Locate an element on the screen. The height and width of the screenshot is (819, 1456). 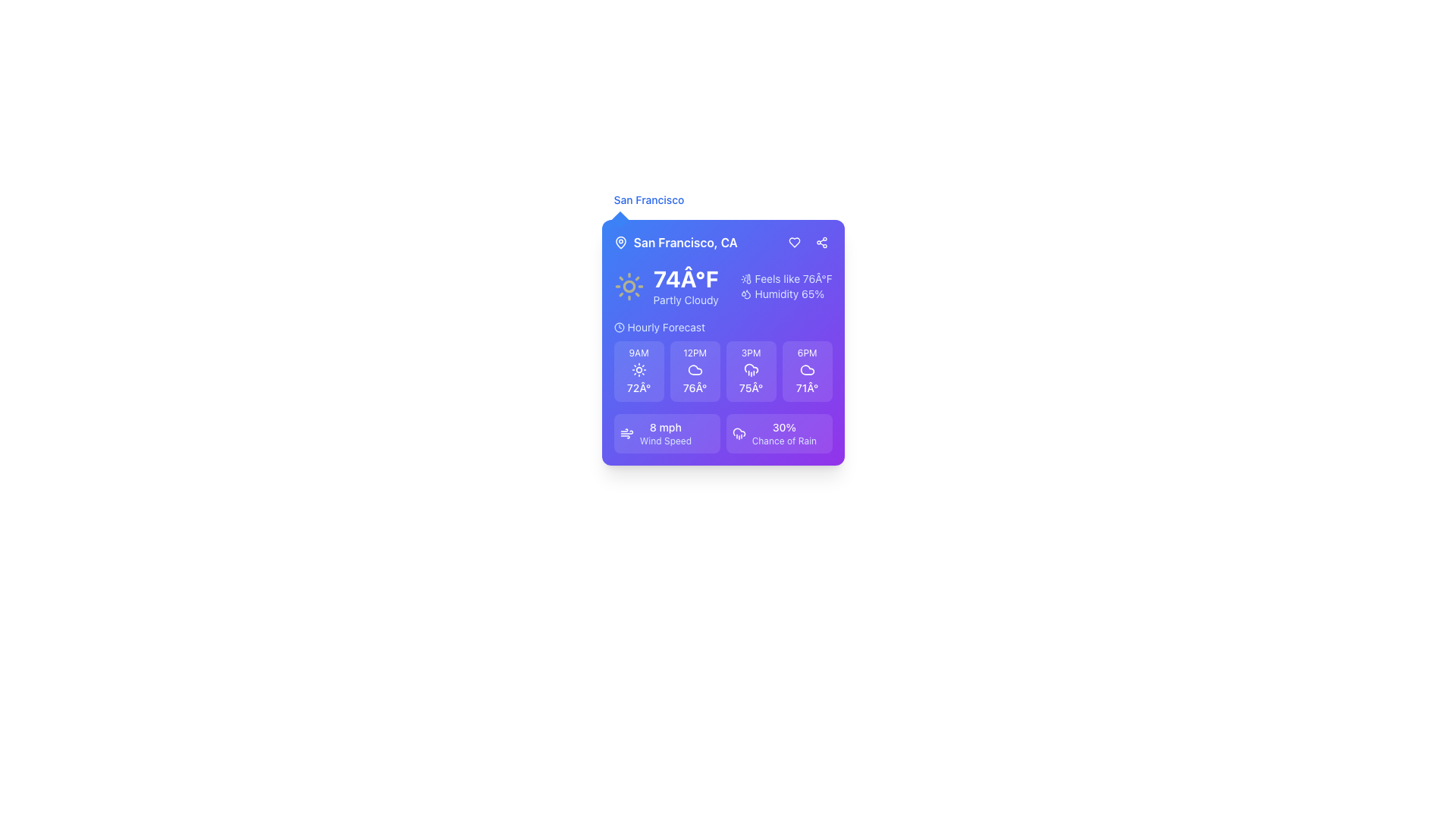
the sun icon located in the weather overview card for '9AM' with a temperature of '72°' is located at coordinates (639, 370).